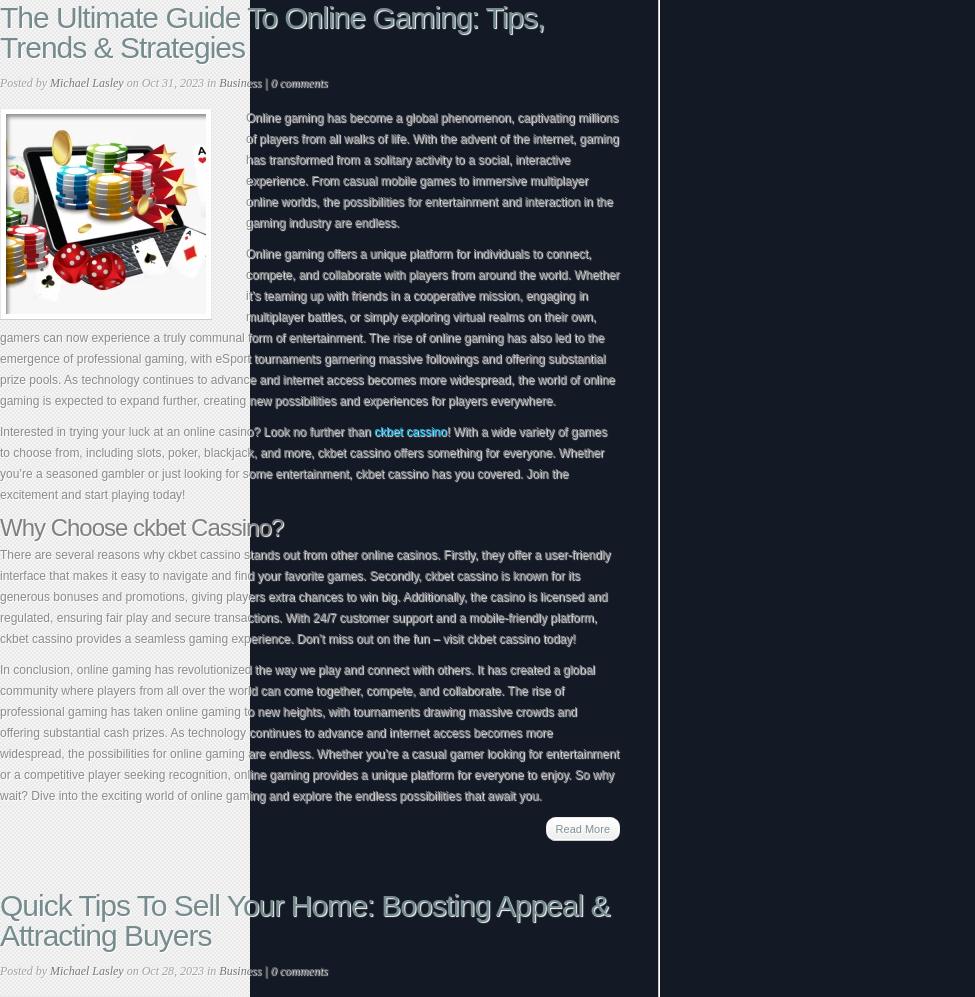  Describe the element at coordinates (170, 81) in the screenshot. I see `'on Oct 31, 2023 in'` at that location.